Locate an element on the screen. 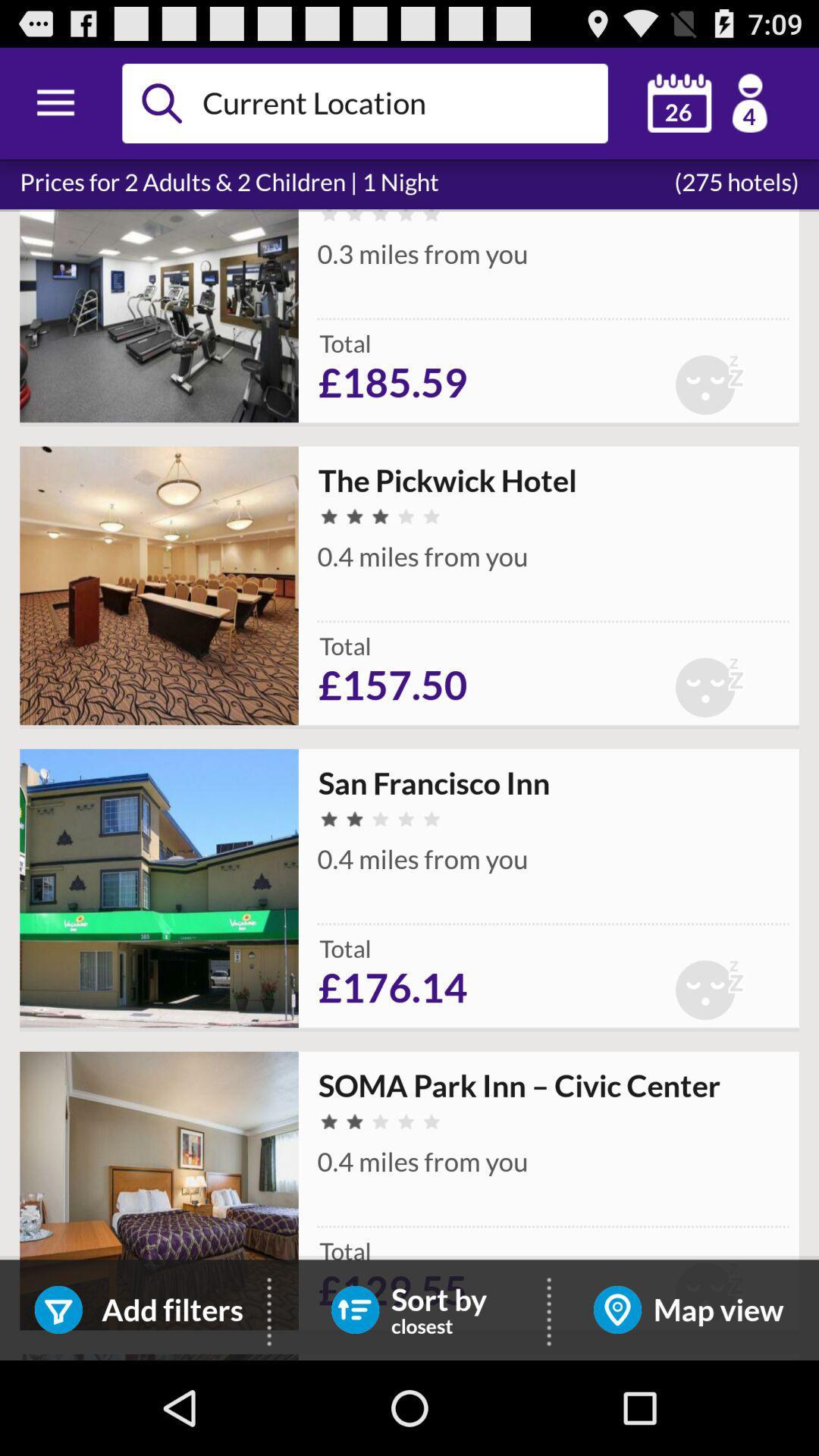  the third image from top is located at coordinates (158, 888).